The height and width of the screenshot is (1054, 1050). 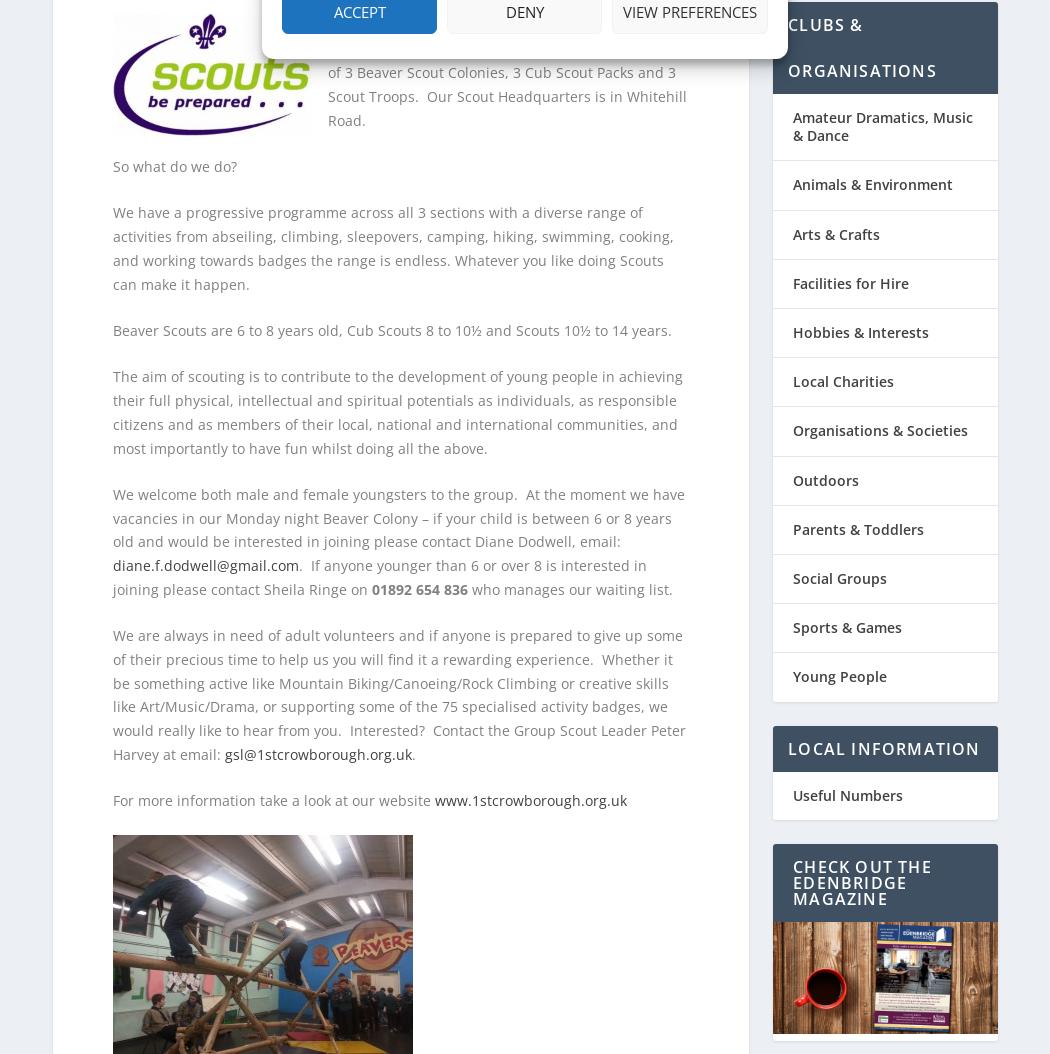 I want to click on 'Organisations & Societies', so click(x=879, y=419).